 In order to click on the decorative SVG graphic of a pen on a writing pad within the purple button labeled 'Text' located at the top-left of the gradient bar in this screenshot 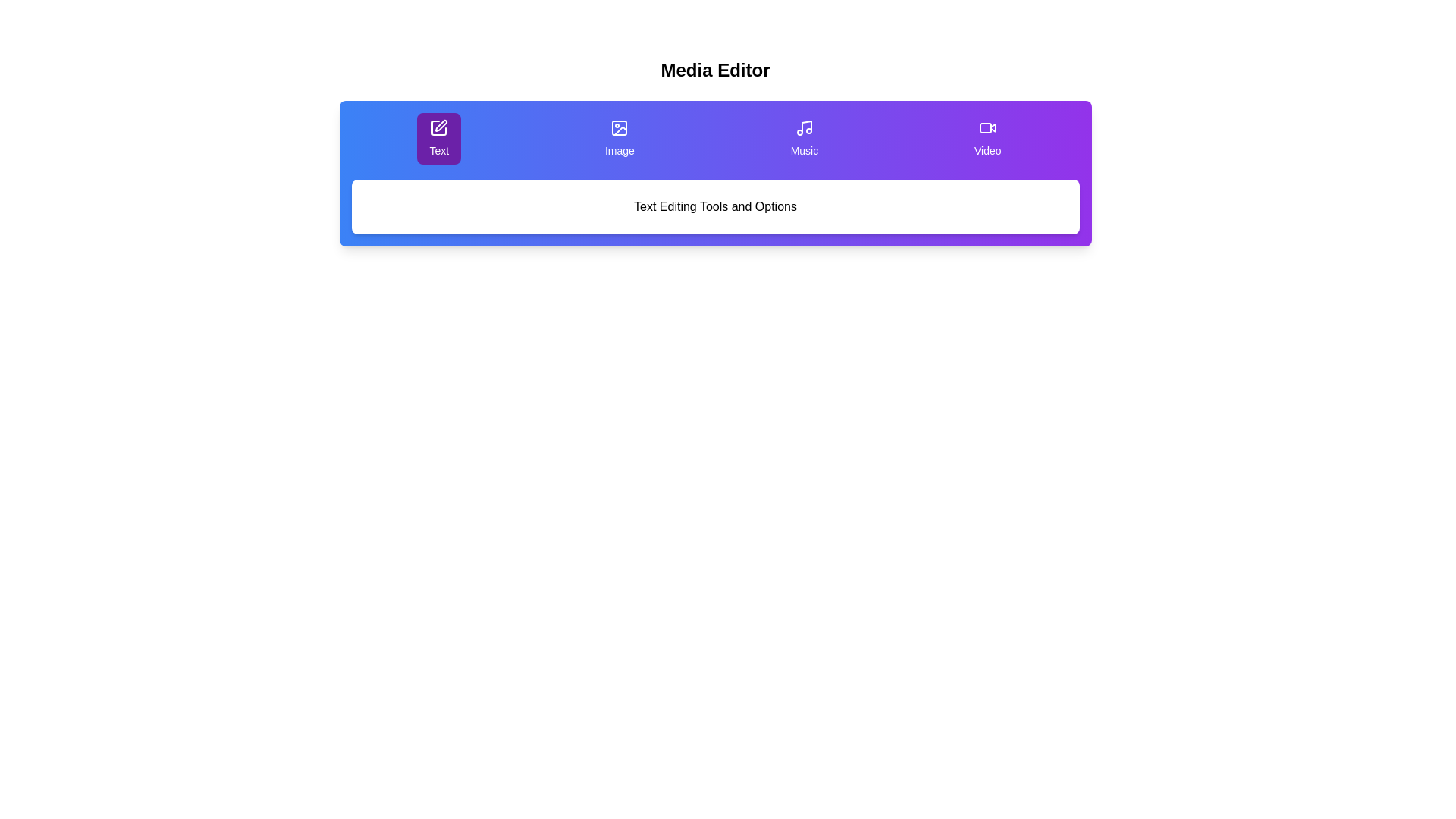, I will do `click(438, 127)`.